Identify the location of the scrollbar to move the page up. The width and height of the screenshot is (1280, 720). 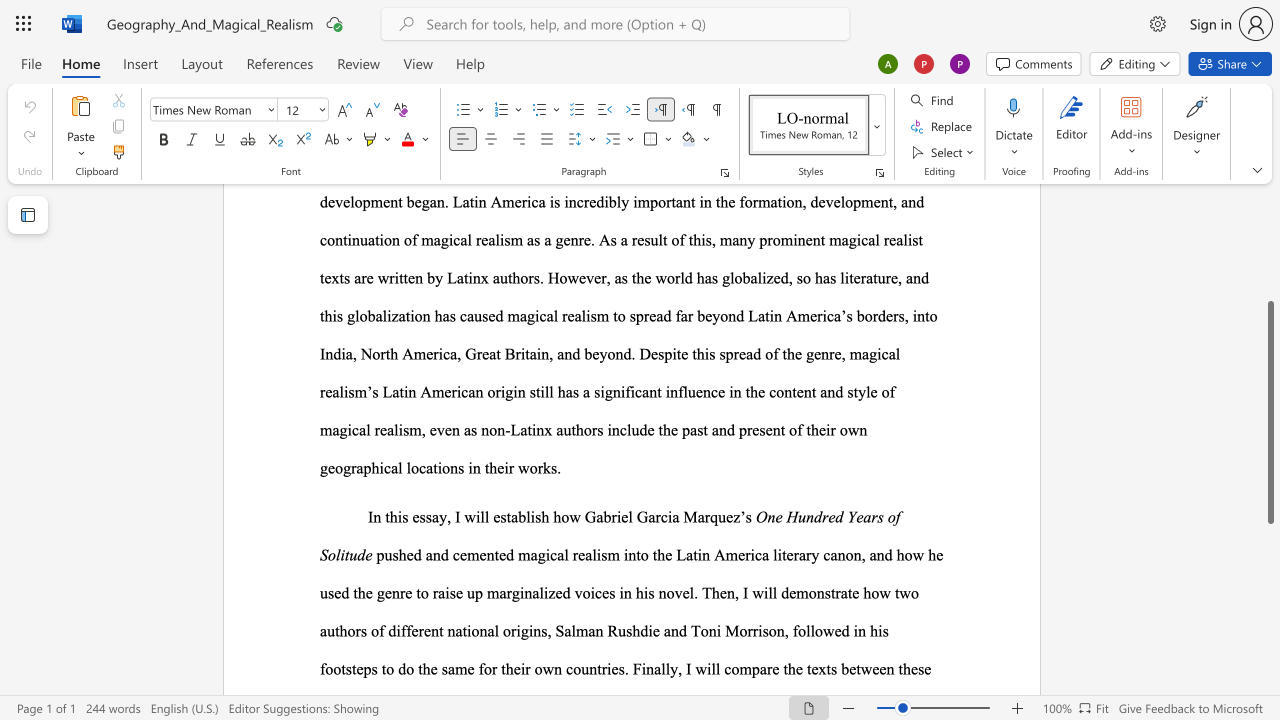
(1269, 238).